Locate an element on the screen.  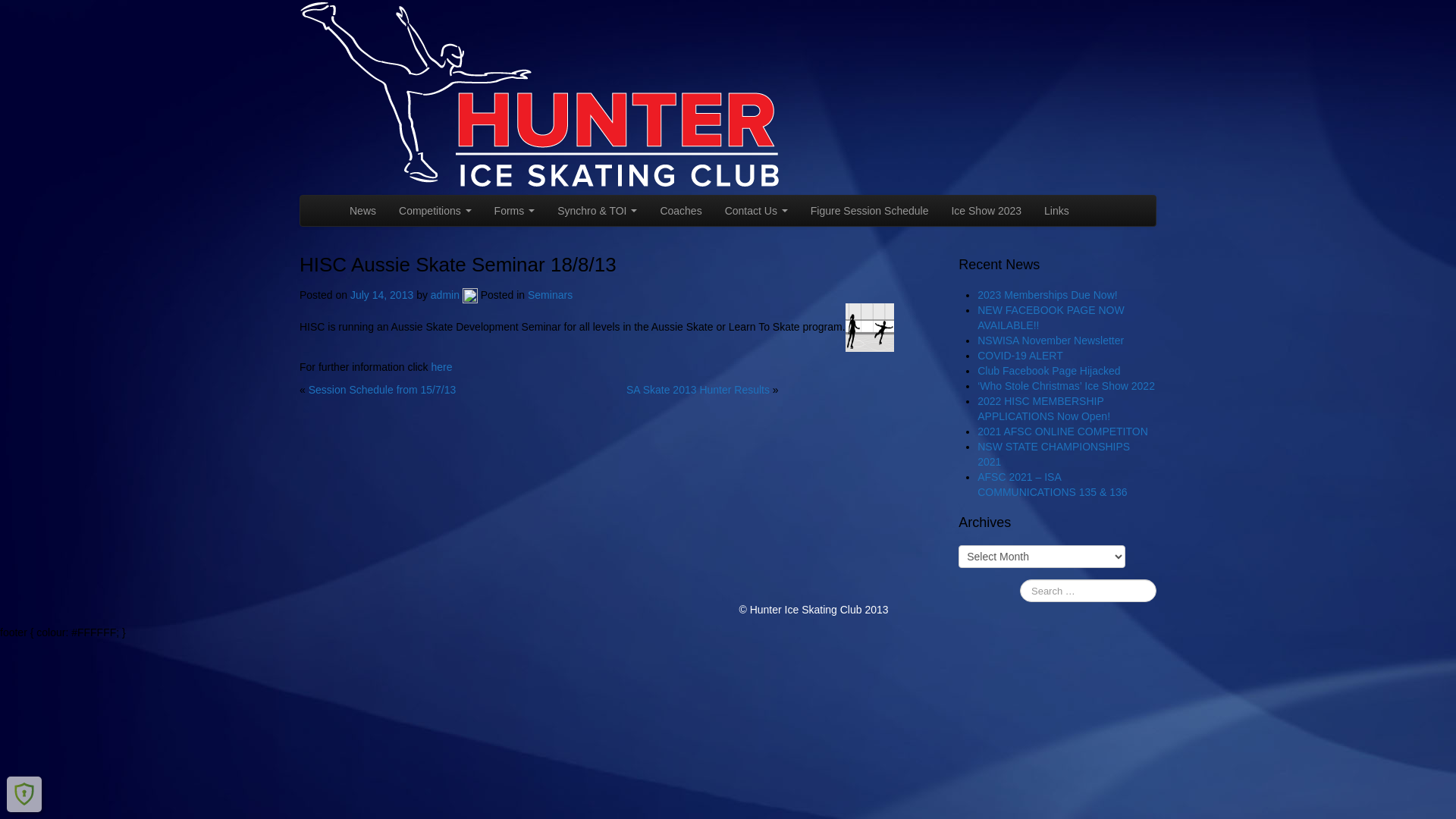
'NEW FACEBOOK PAGE NOW AVAILABLE!!' is located at coordinates (1050, 317).